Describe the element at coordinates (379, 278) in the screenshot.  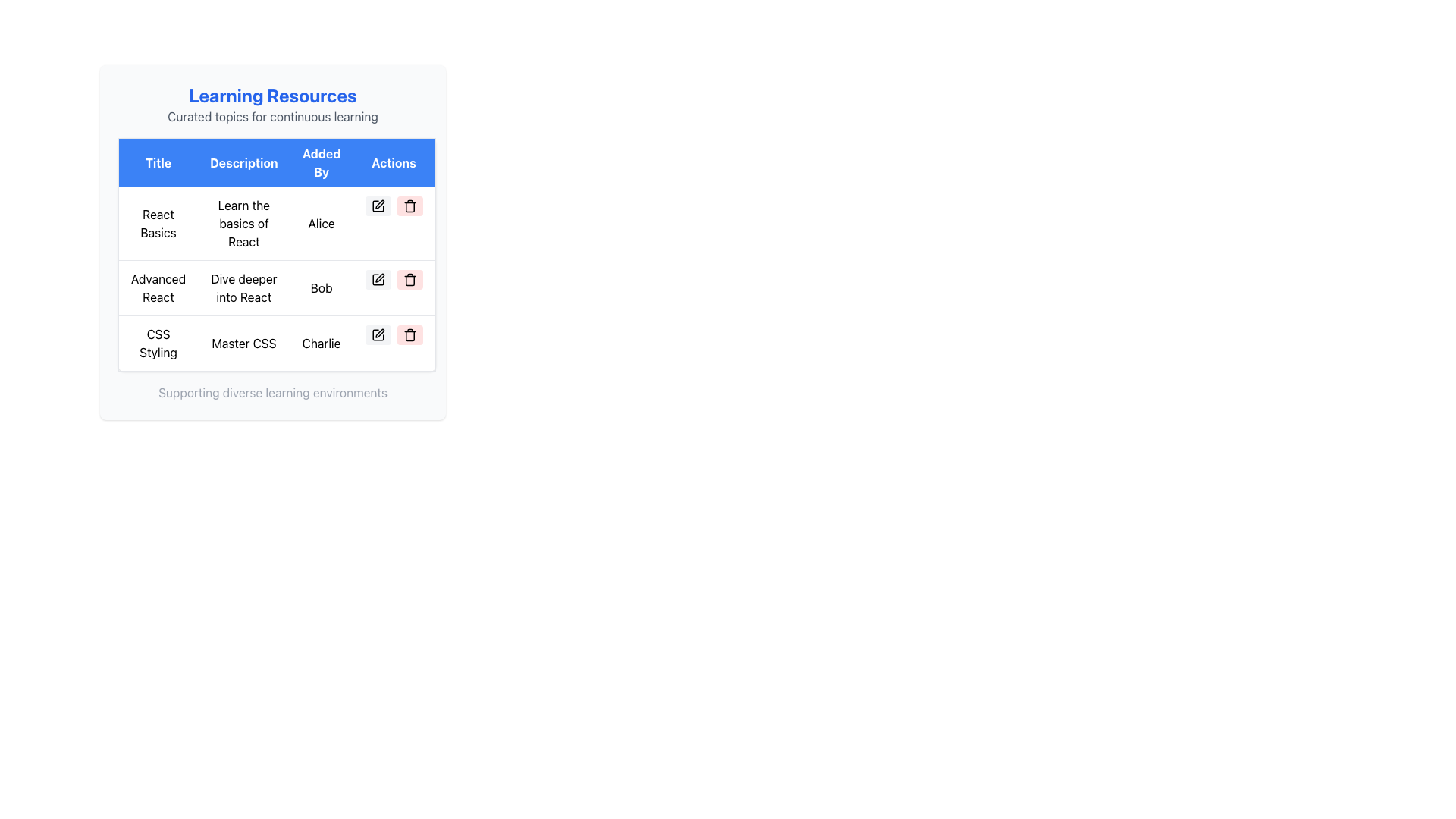
I see `the pen icon located in the Actions column of the Learning Resources table, specifically in the second row labeled 'Advanced React'` at that location.